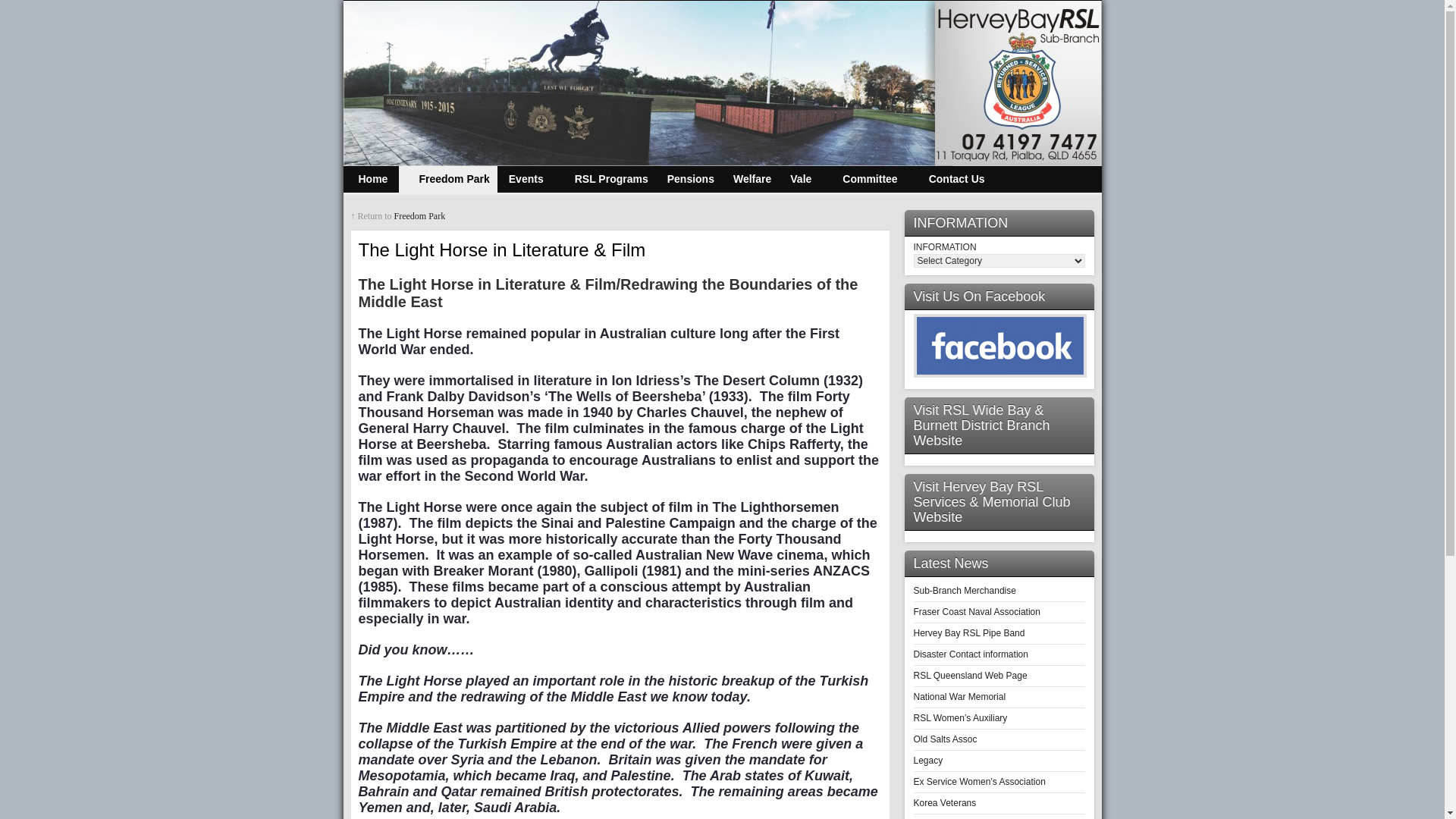 The height and width of the screenshot is (819, 1456). What do you see at coordinates (912, 610) in the screenshot?
I see `'Fraser Coast Naval Association'` at bounding box center [912, 610].